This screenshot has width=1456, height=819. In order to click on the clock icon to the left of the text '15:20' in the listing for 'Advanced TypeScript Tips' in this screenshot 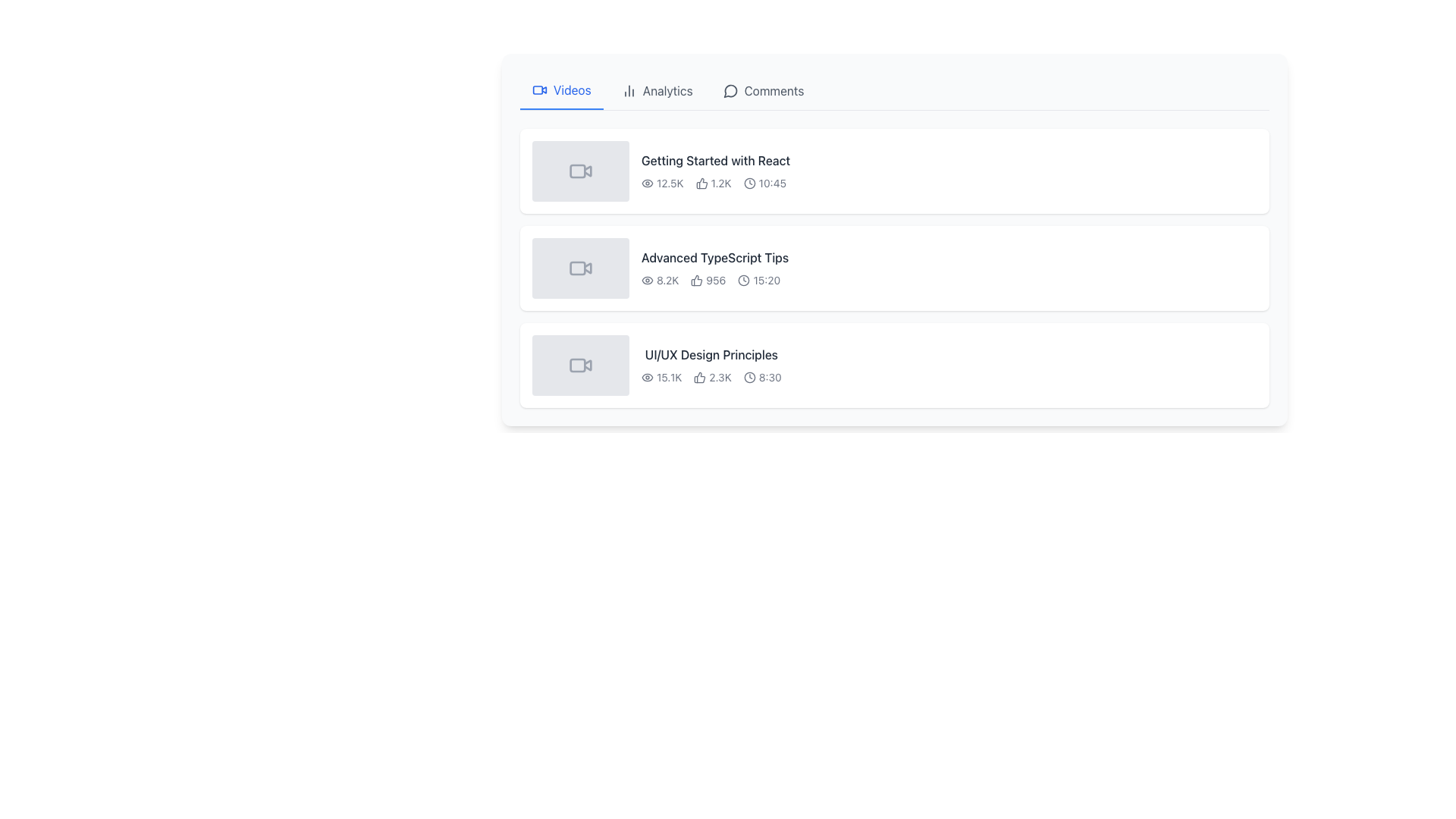, I will do `click(744, 281)`.